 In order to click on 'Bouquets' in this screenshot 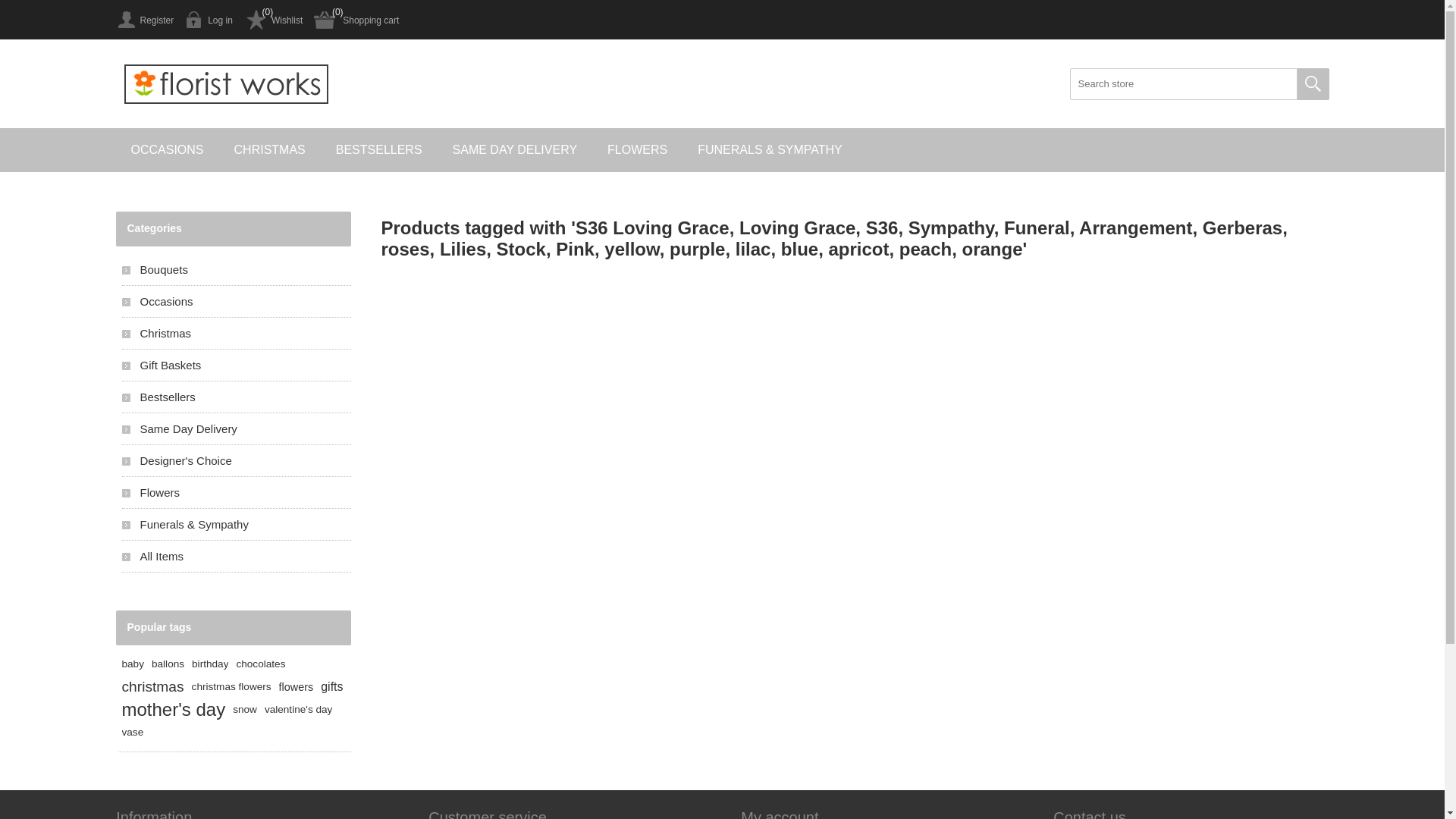, I will do `click(235, 268)`.